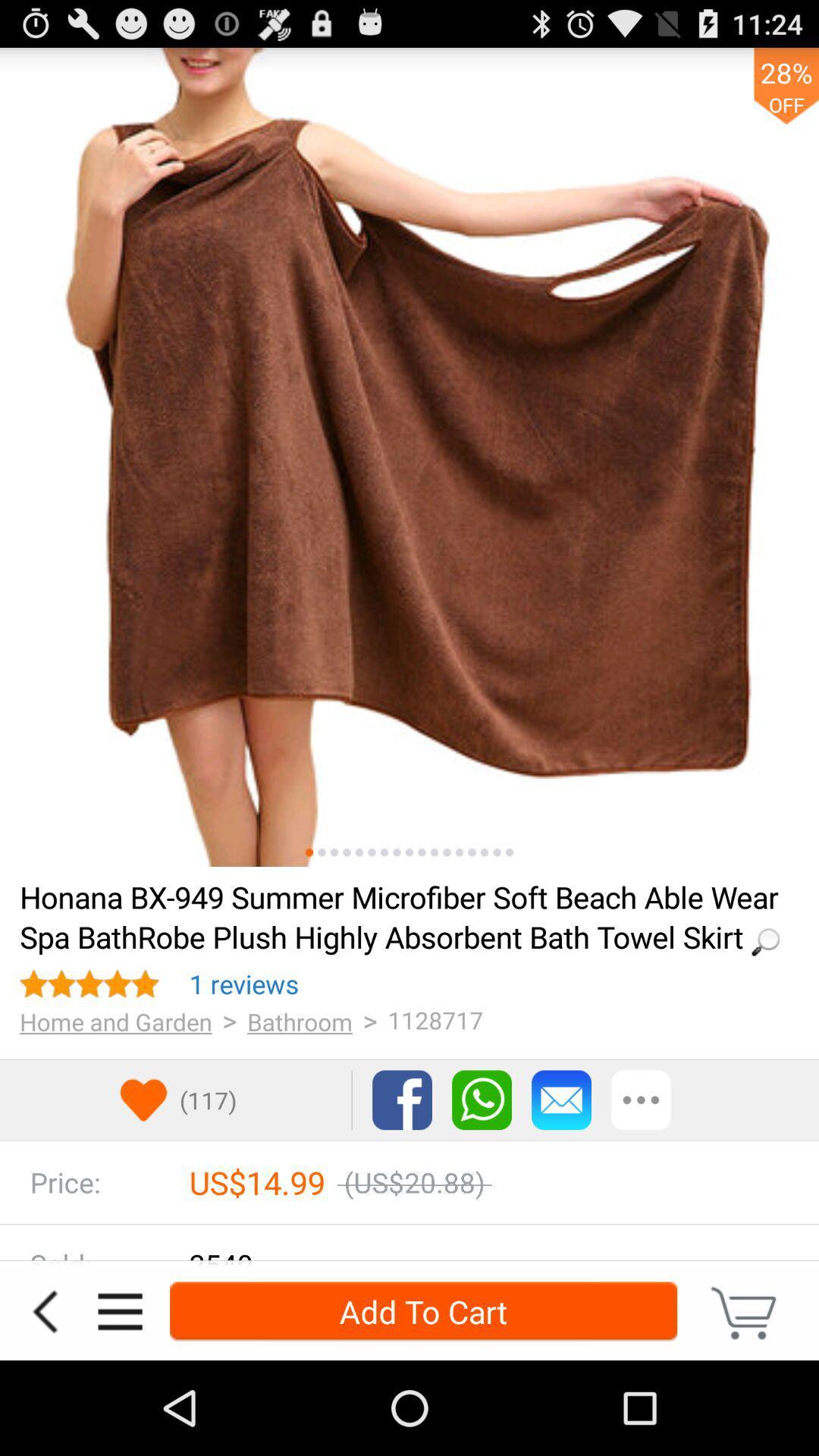  Describe the element at coordinates (497, 852) in the screenshot. I see `picture` at that location.